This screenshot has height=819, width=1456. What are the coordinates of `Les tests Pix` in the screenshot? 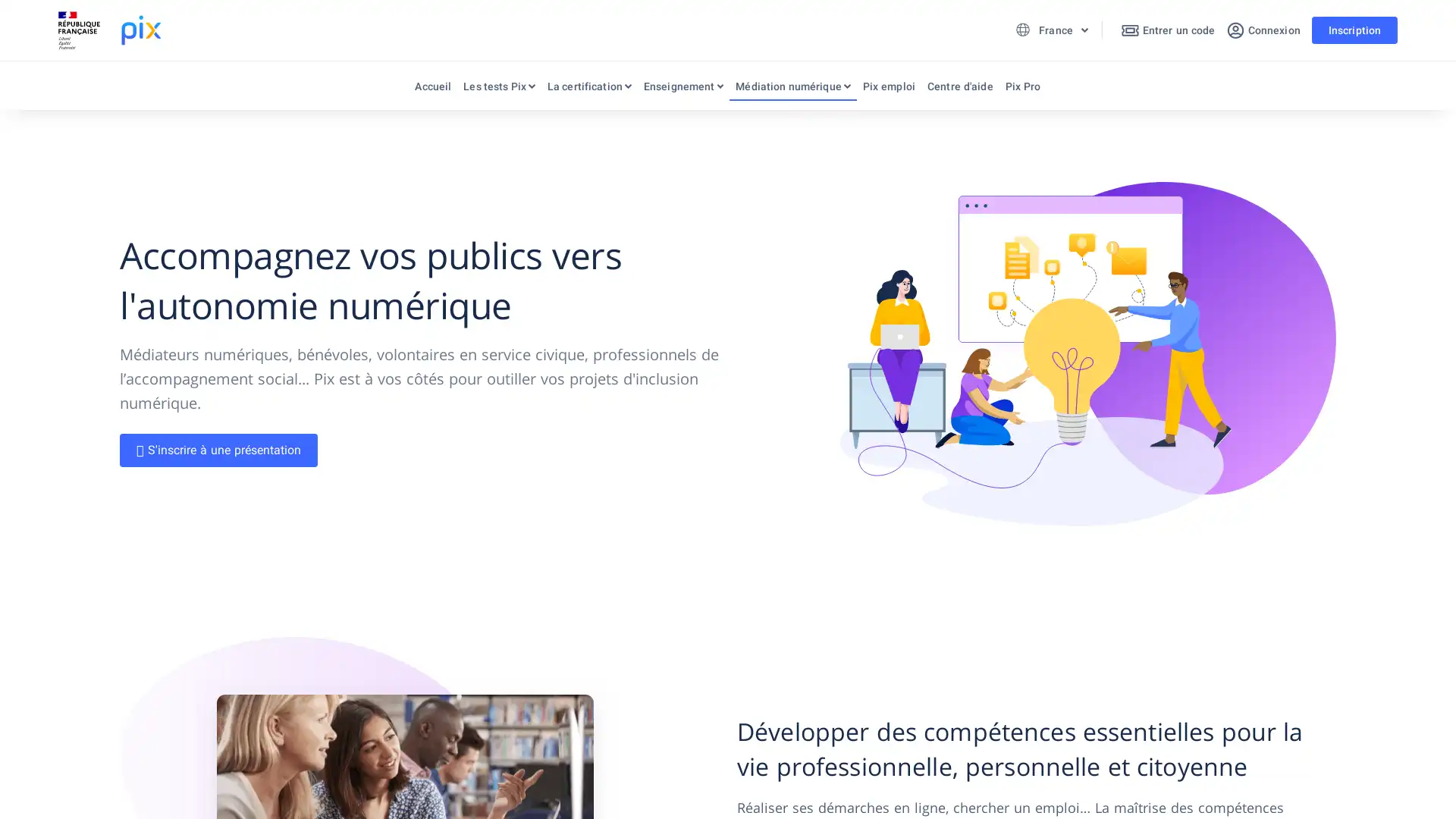 It's located at (498, 89).